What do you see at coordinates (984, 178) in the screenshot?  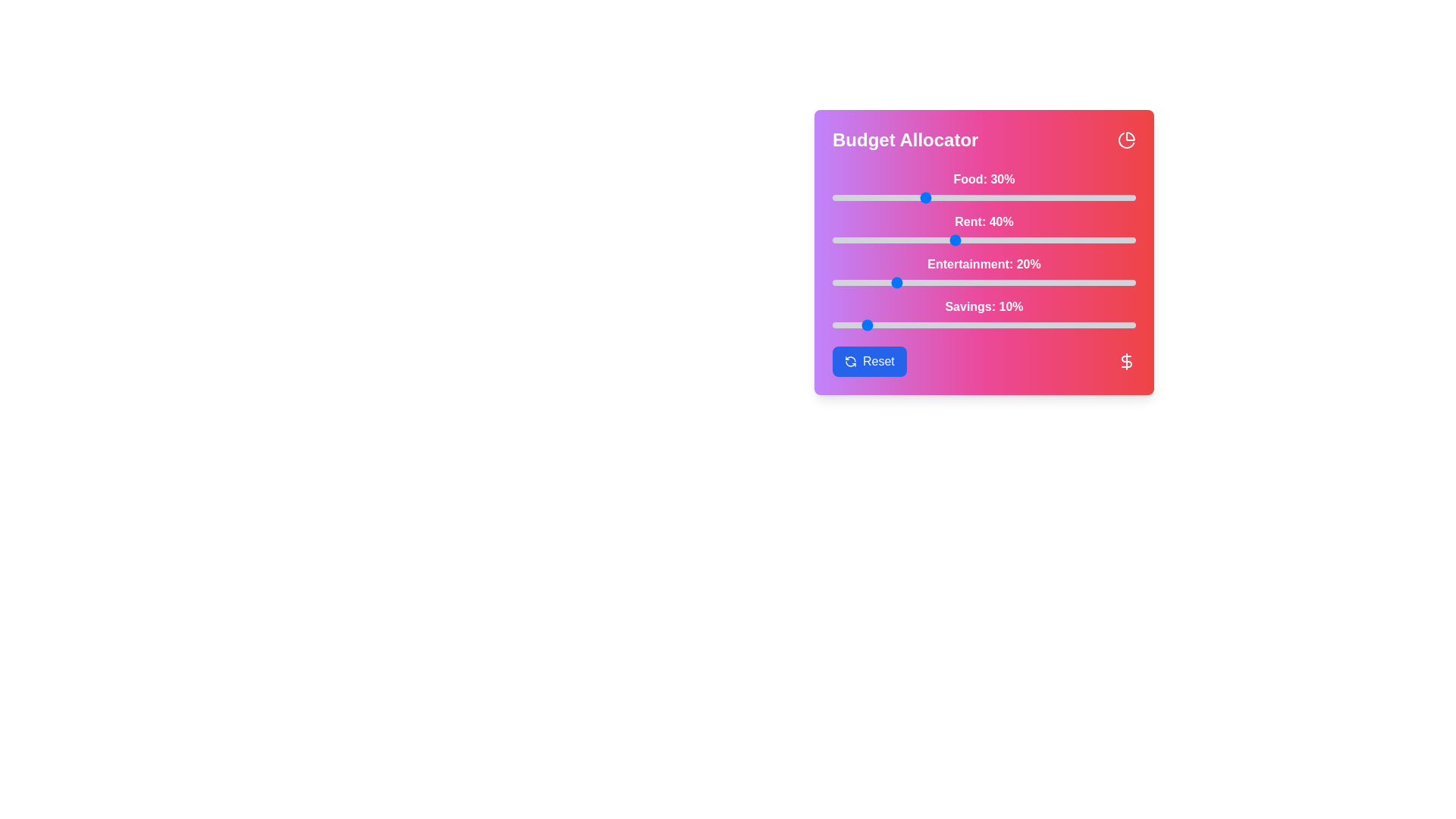 I see `the Text Label indicating the budget allocation percentage for the category 'Food', which displays 'Food: 30%' and is located above the associated slider in the 'Budget Allocator' box` at bounding box center [984, 178].